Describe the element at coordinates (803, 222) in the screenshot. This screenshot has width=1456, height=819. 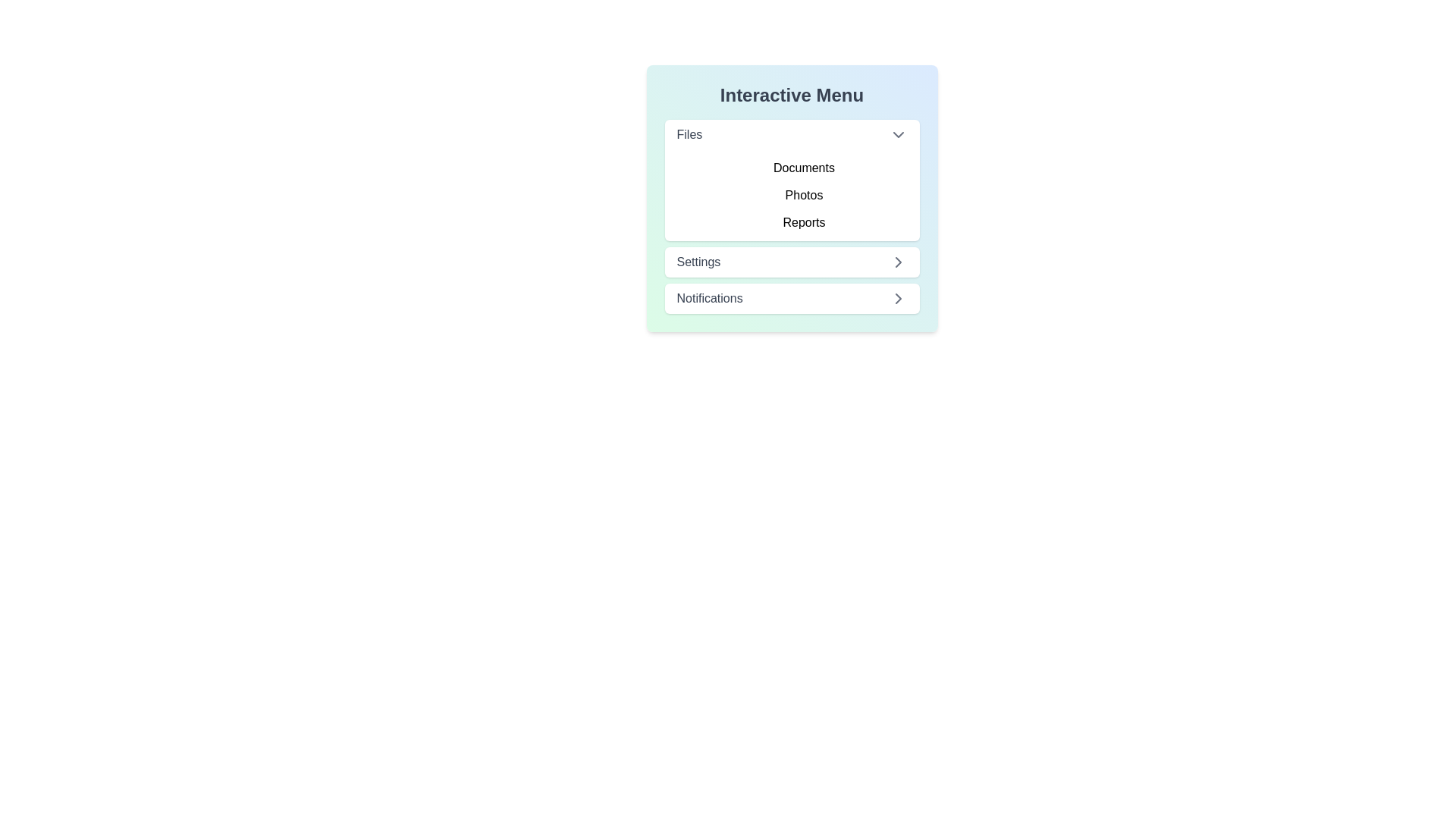
I see `the 'Reports' text label, which is the third item in a vertical list of options within the 'Files' dropdown menu` at that location.